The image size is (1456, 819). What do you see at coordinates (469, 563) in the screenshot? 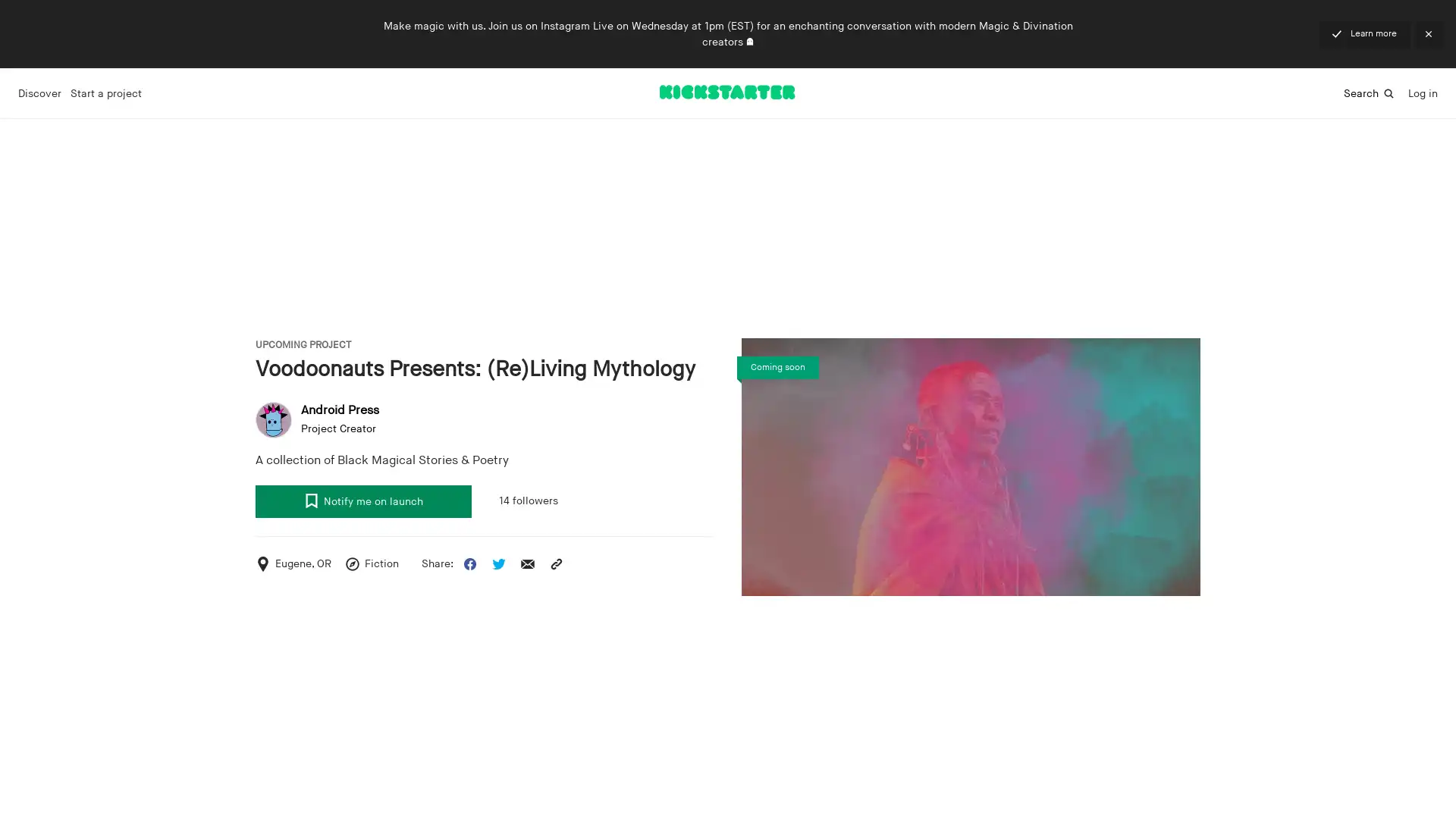
I see `Share this project on Facebook` at bounding box center [469, 563].